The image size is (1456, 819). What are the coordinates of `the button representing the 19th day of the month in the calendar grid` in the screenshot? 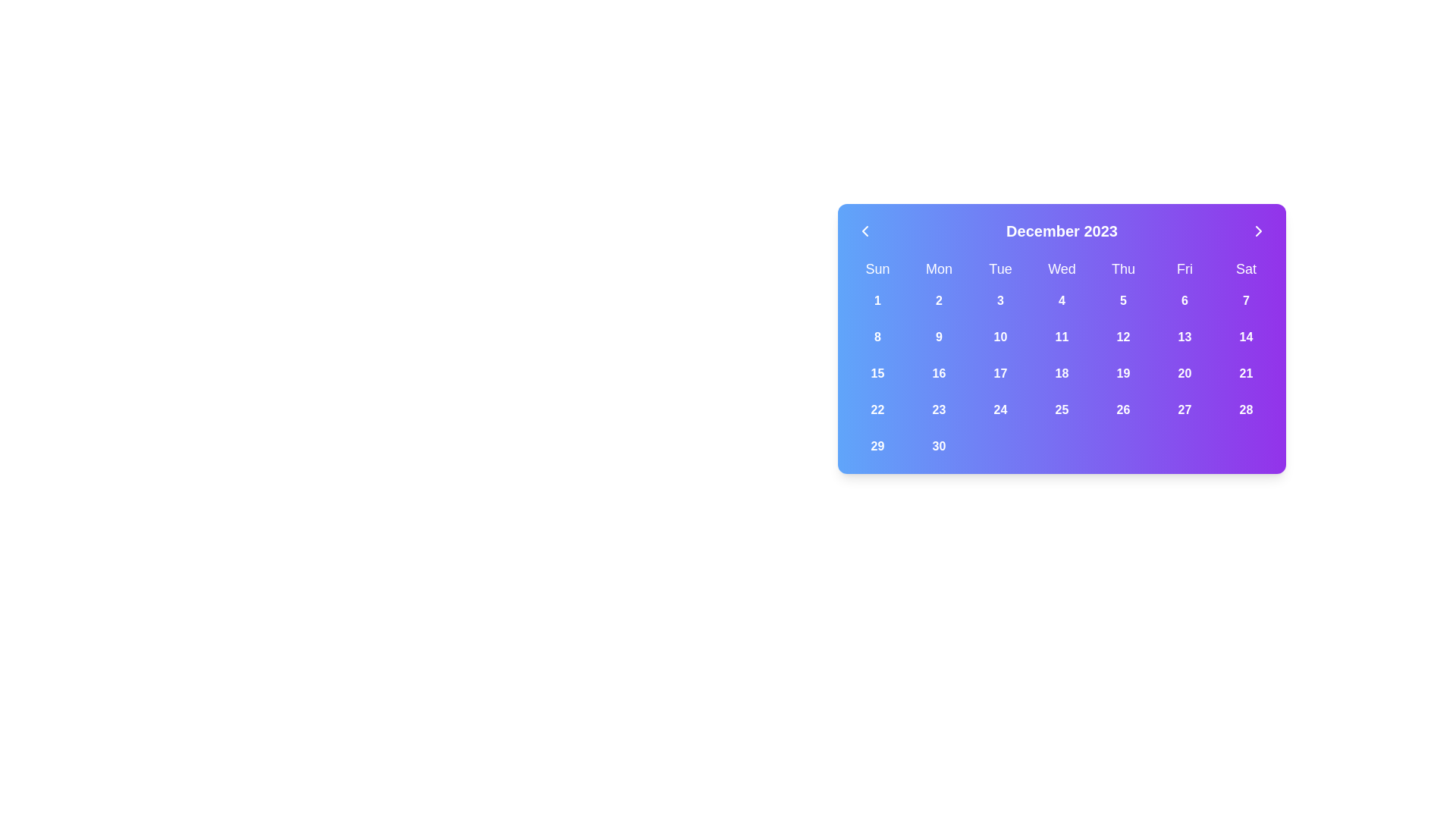 It's located at (1123, 374).